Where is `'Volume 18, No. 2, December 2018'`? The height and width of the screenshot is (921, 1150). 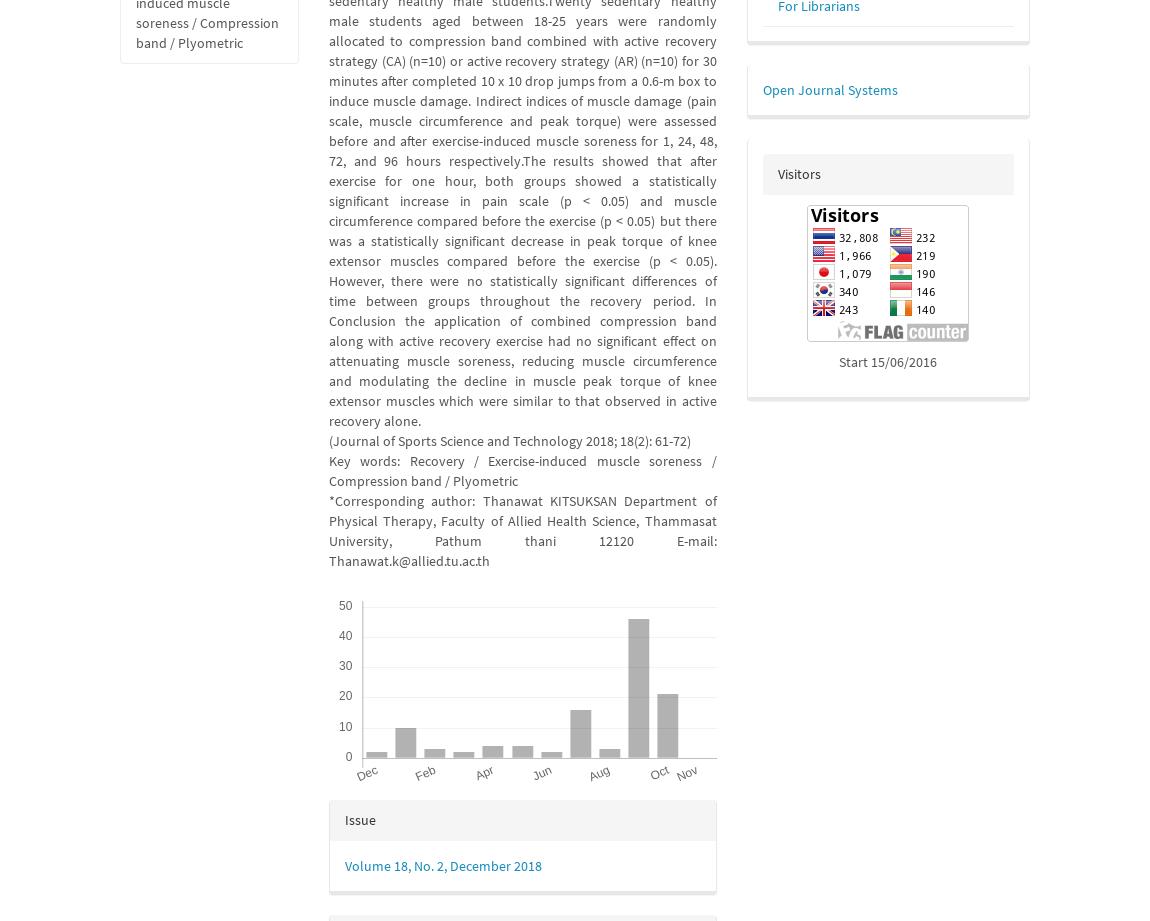
'Volume 18, No. 2, December 2018' is located at coordinates (442, 865).